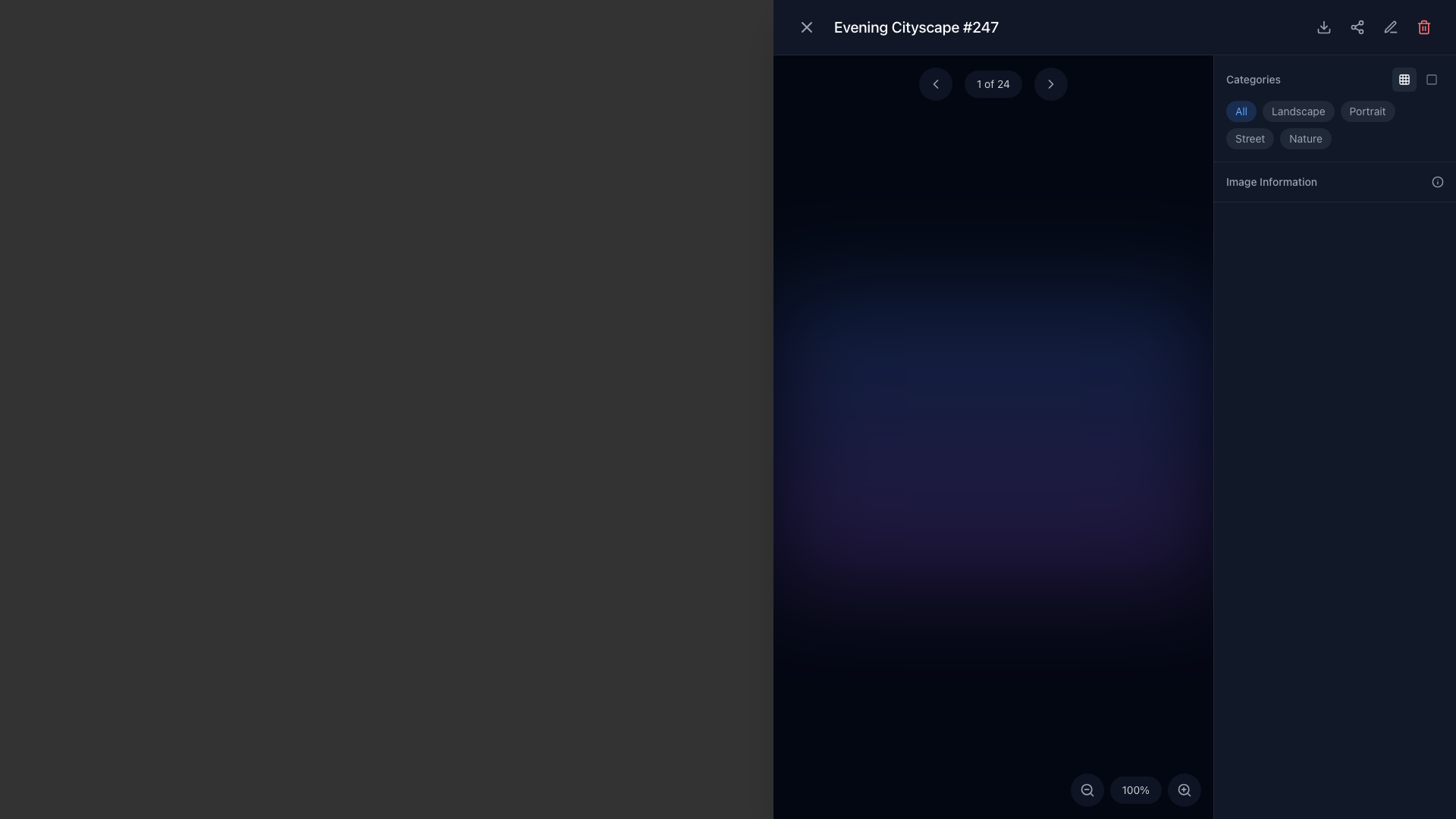 The image size is (1456, 819). Describe the element at coordinates (1437, 180) in the screenshot. I see `the circular outline SVG icon, which has a 10-unit radius and is part of an informational icon within an SVG group` at that location.